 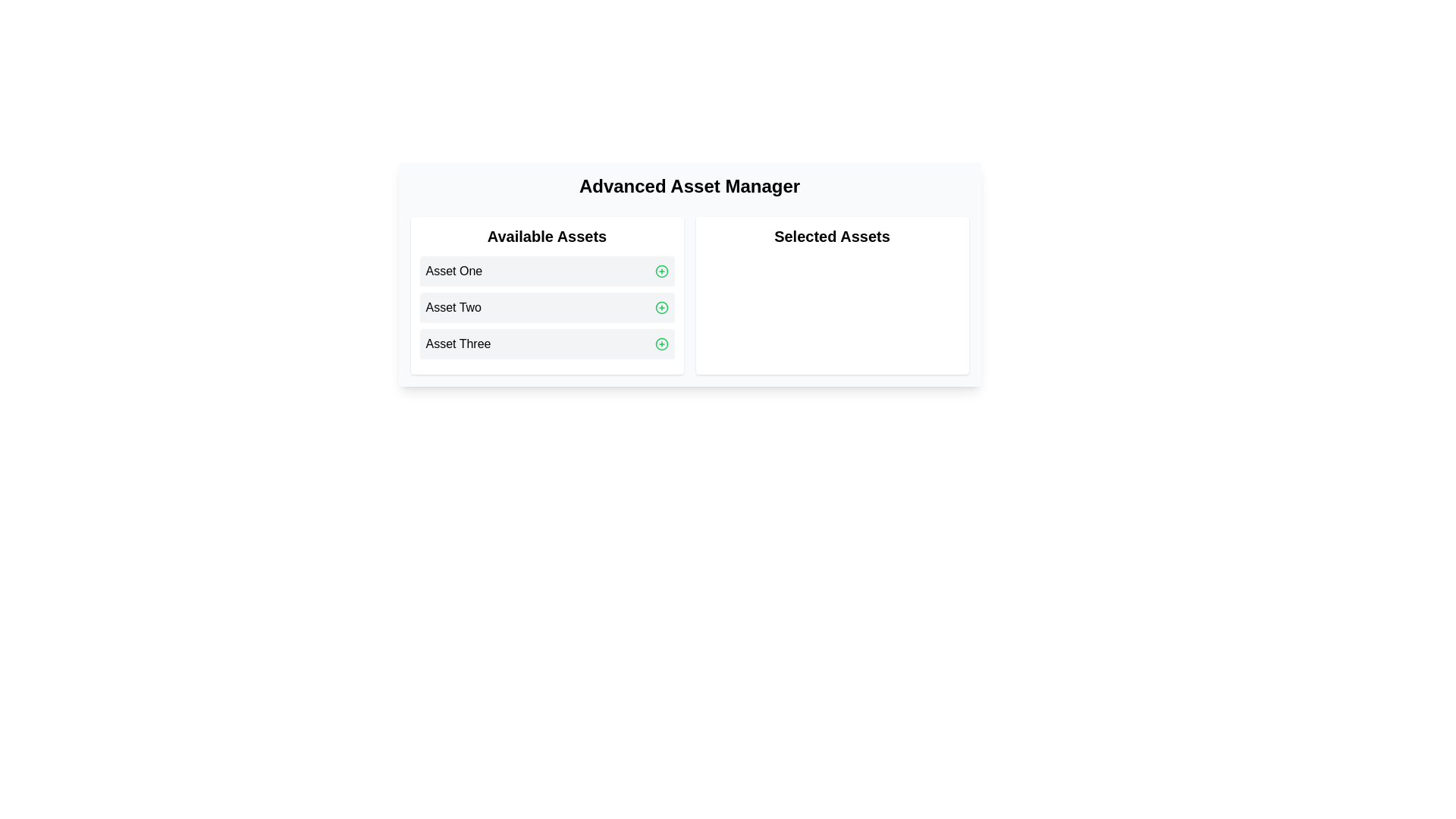 What do you see at coordinates (546, 271) in the screenshot?
I see `the first selectable list item representing an available asset option in the 'Available Assets' section for more context` at bounding box center [546, 271].